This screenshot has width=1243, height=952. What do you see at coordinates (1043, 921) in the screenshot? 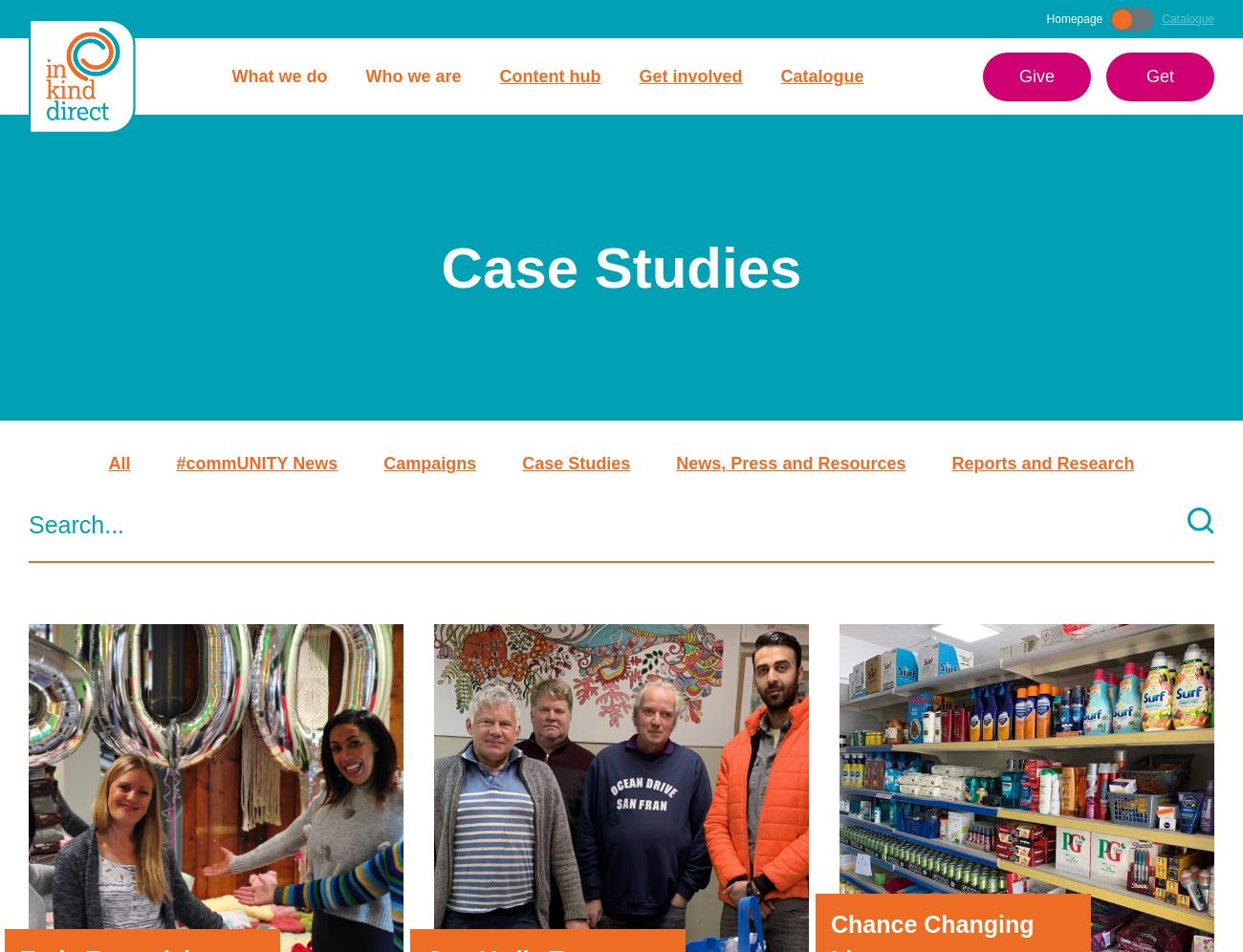
I see `'Cookie Settings'` at bounding box center [1043, 921].